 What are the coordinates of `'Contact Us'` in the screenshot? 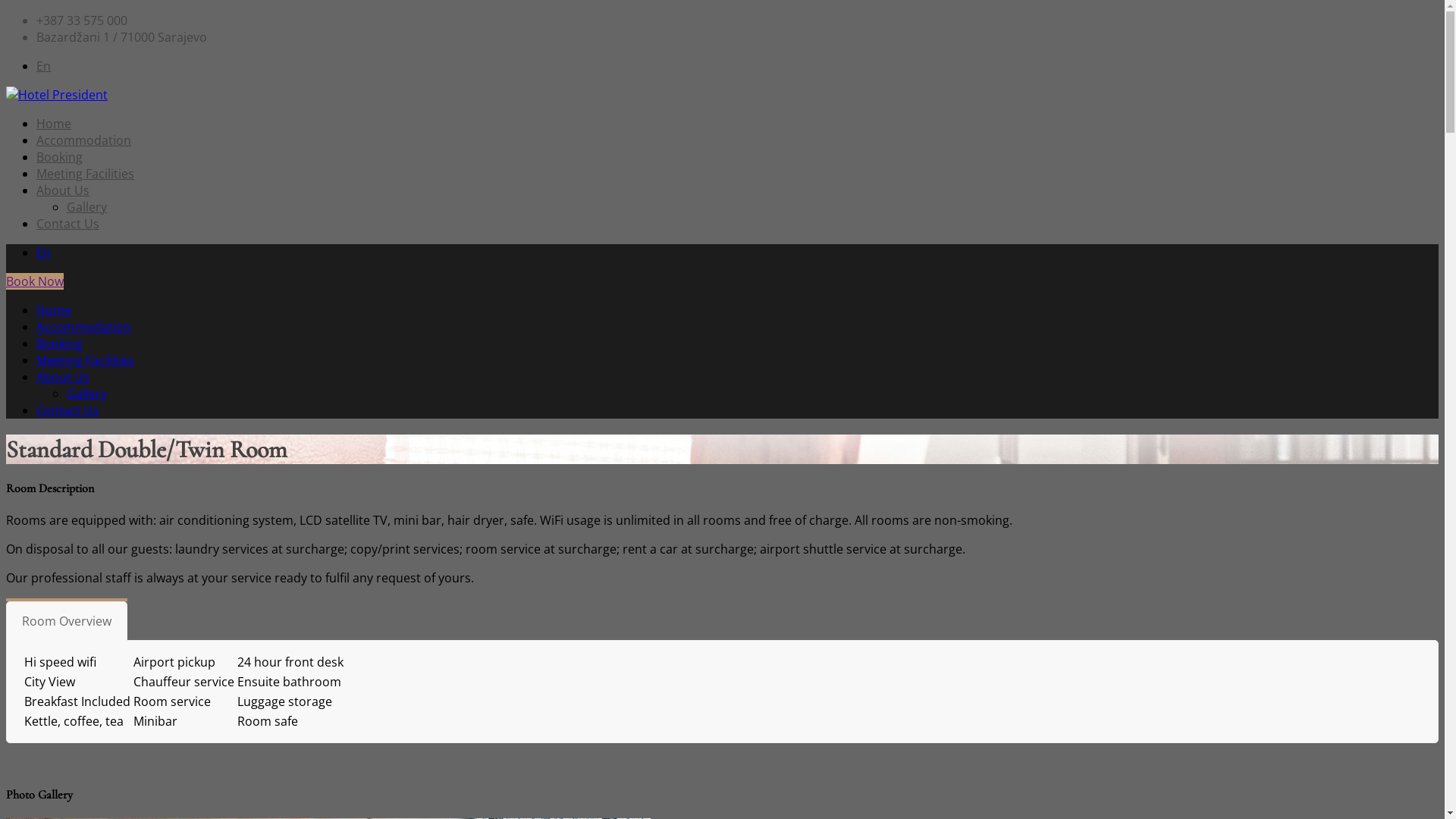 It's located at (67, 409).